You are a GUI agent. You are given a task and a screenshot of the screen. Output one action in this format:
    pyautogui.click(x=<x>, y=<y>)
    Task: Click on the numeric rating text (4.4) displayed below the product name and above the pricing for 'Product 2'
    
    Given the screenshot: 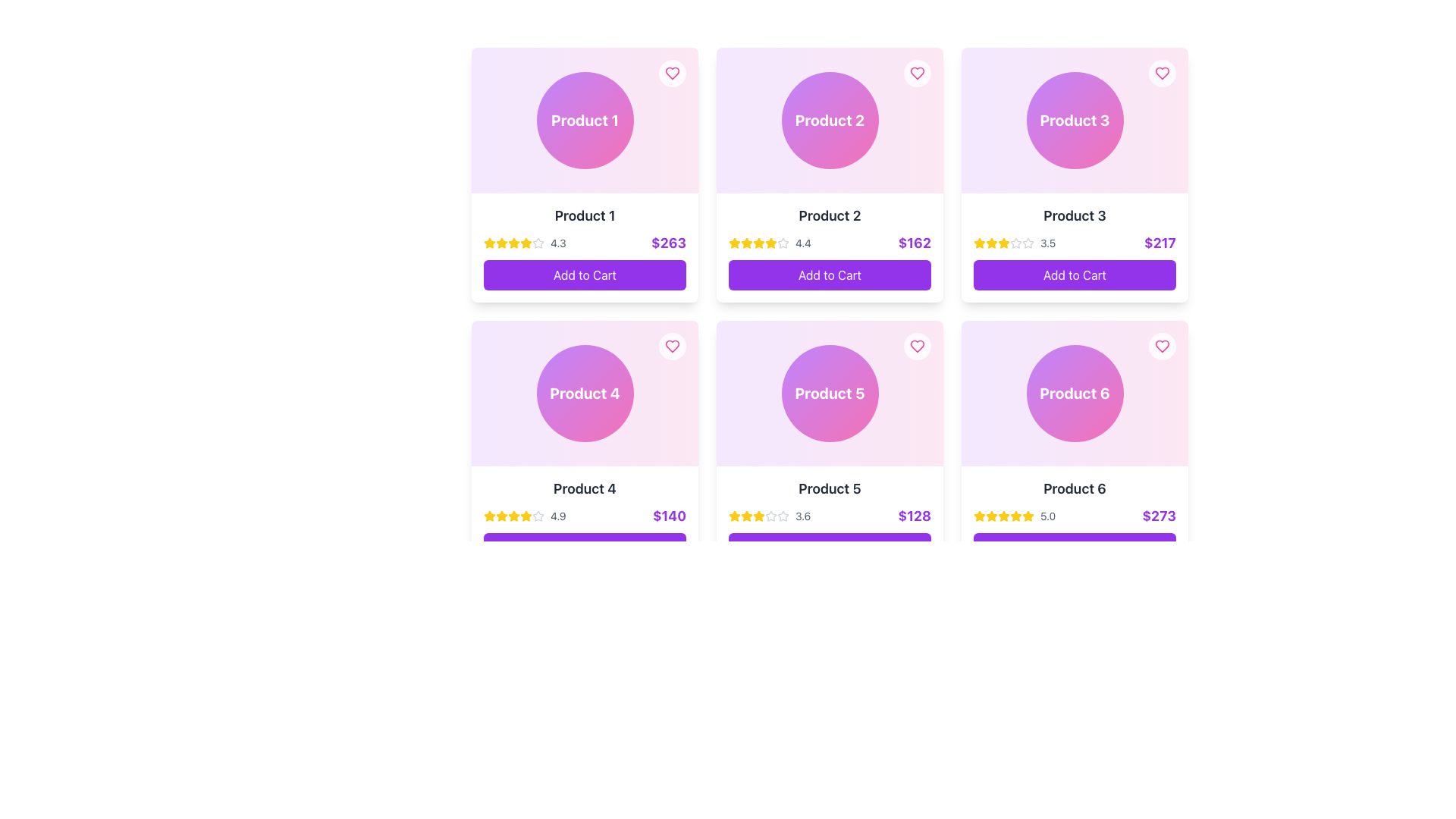 What is the action you would take?
    pyautogui.click(x=802, y=242)
    